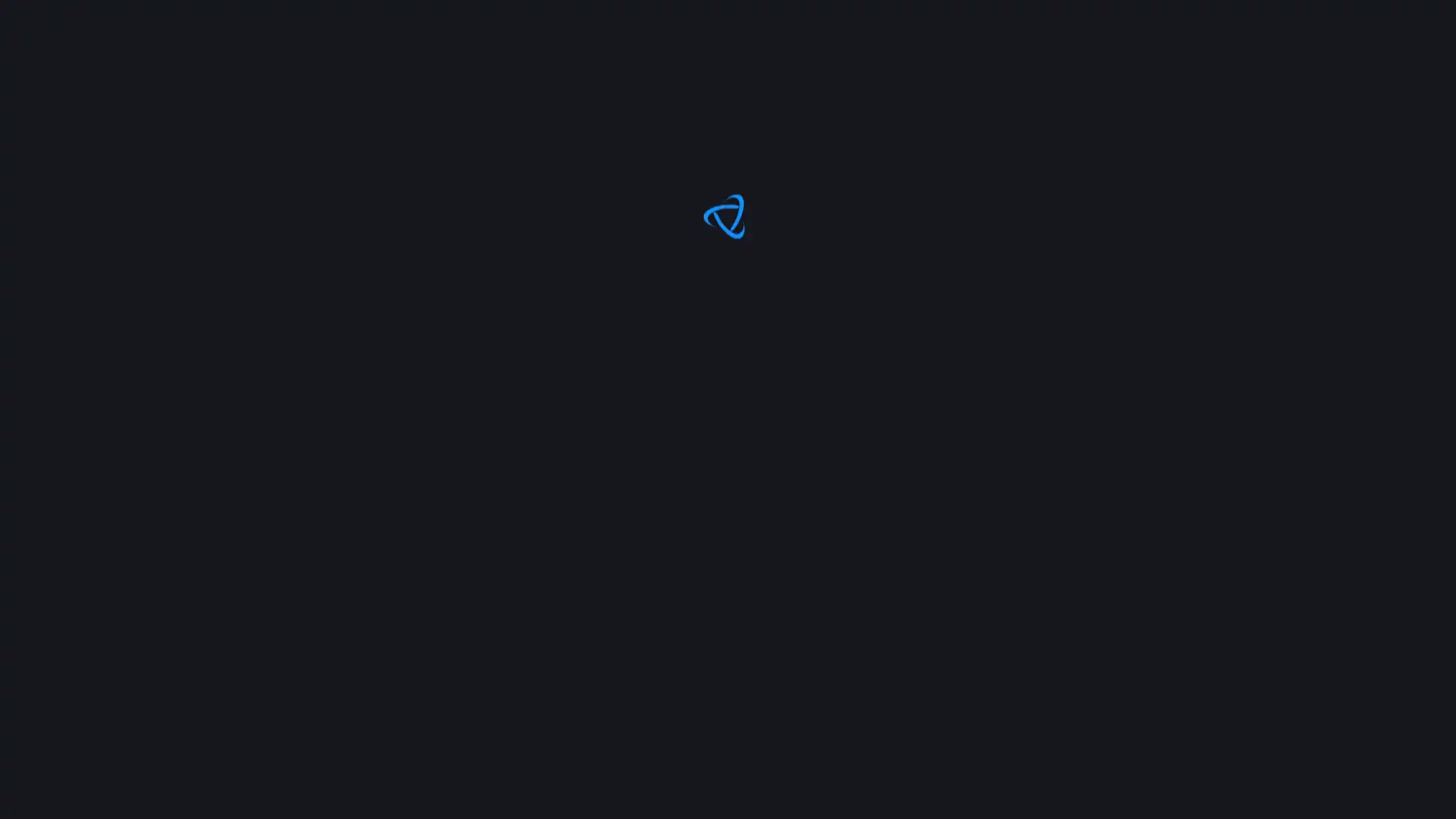  What do you see at coordinates (170, 85) in the screenshot?
I see `Browse` at bounding box center [170, 85].